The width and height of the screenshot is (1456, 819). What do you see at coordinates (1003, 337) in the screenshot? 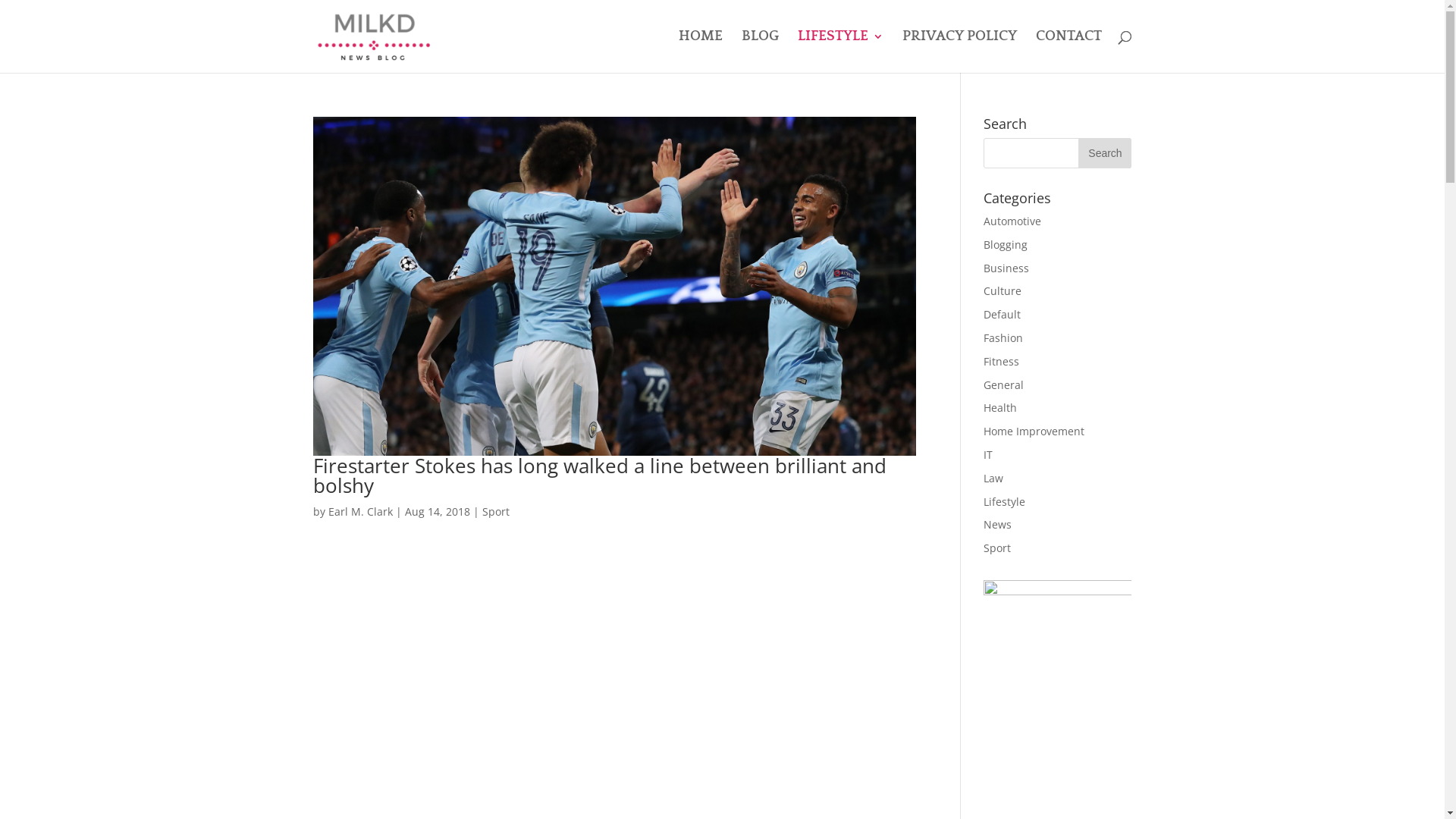
I see `'Fashion'` at bounding box center [1003, 337].